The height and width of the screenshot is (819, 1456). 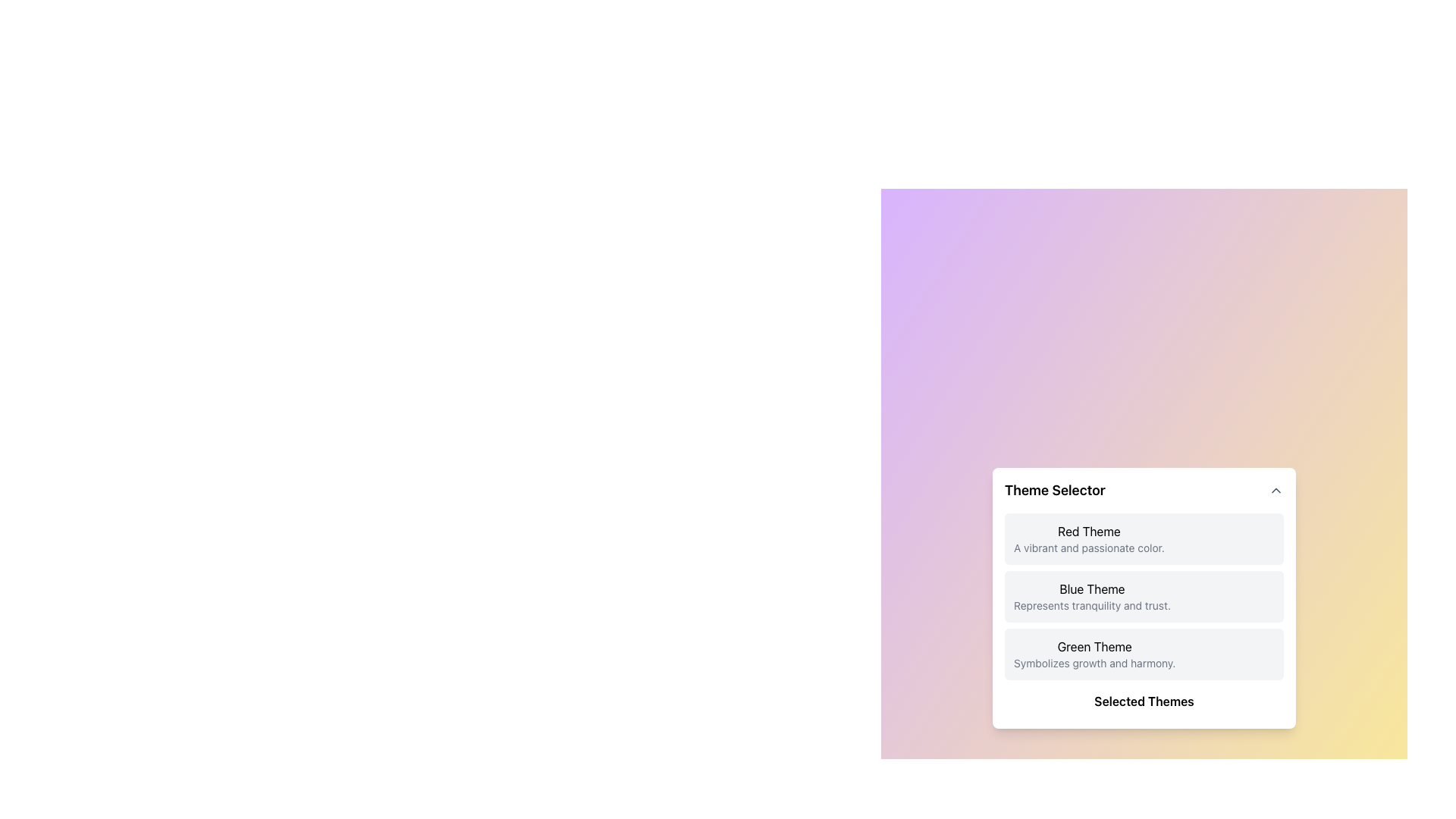 I want to click on the 'Blue Theme' selection option in the theme selector interface, so click(x=1144, y=595).